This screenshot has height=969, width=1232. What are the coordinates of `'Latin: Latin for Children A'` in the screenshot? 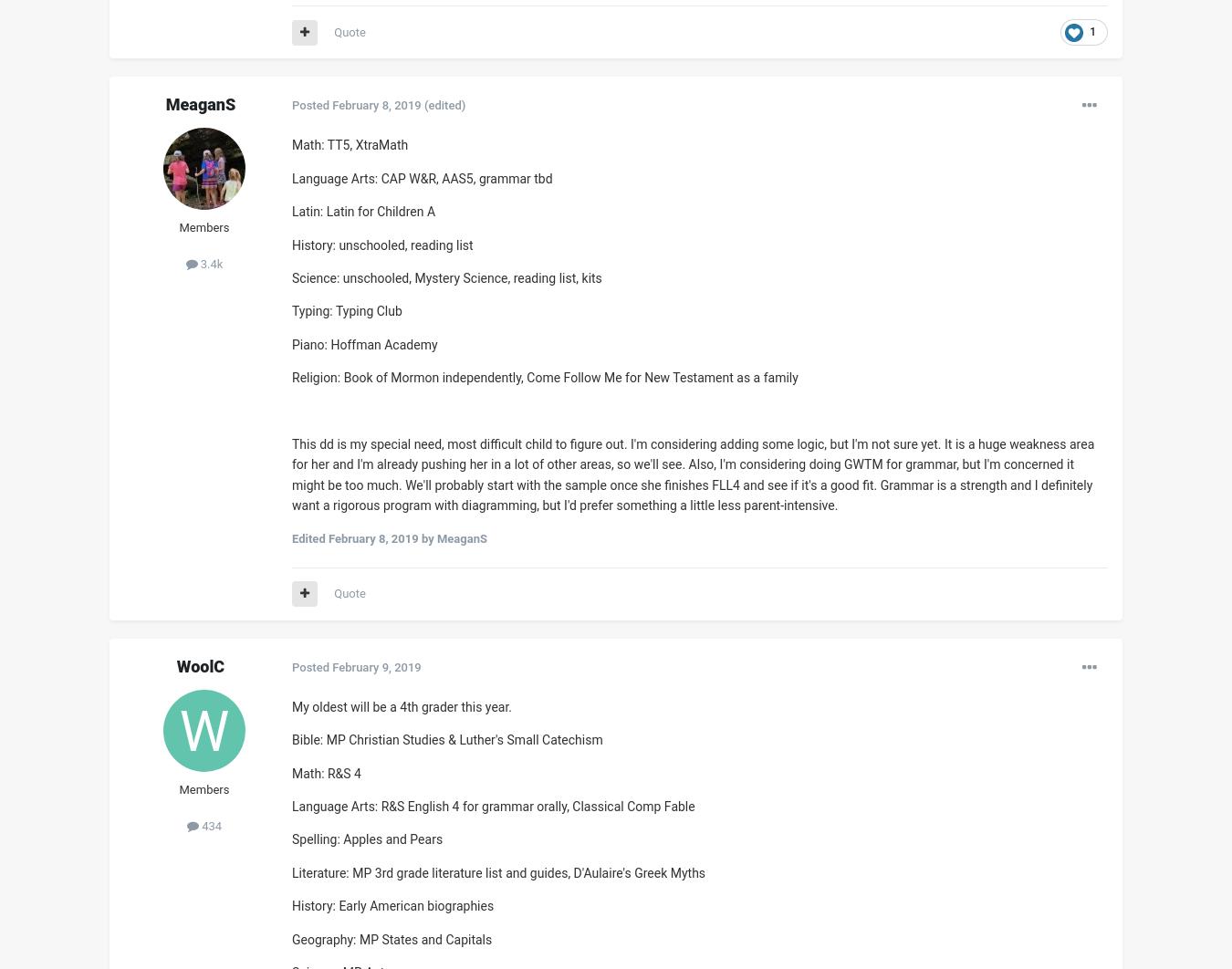 It's located at (290, 212).